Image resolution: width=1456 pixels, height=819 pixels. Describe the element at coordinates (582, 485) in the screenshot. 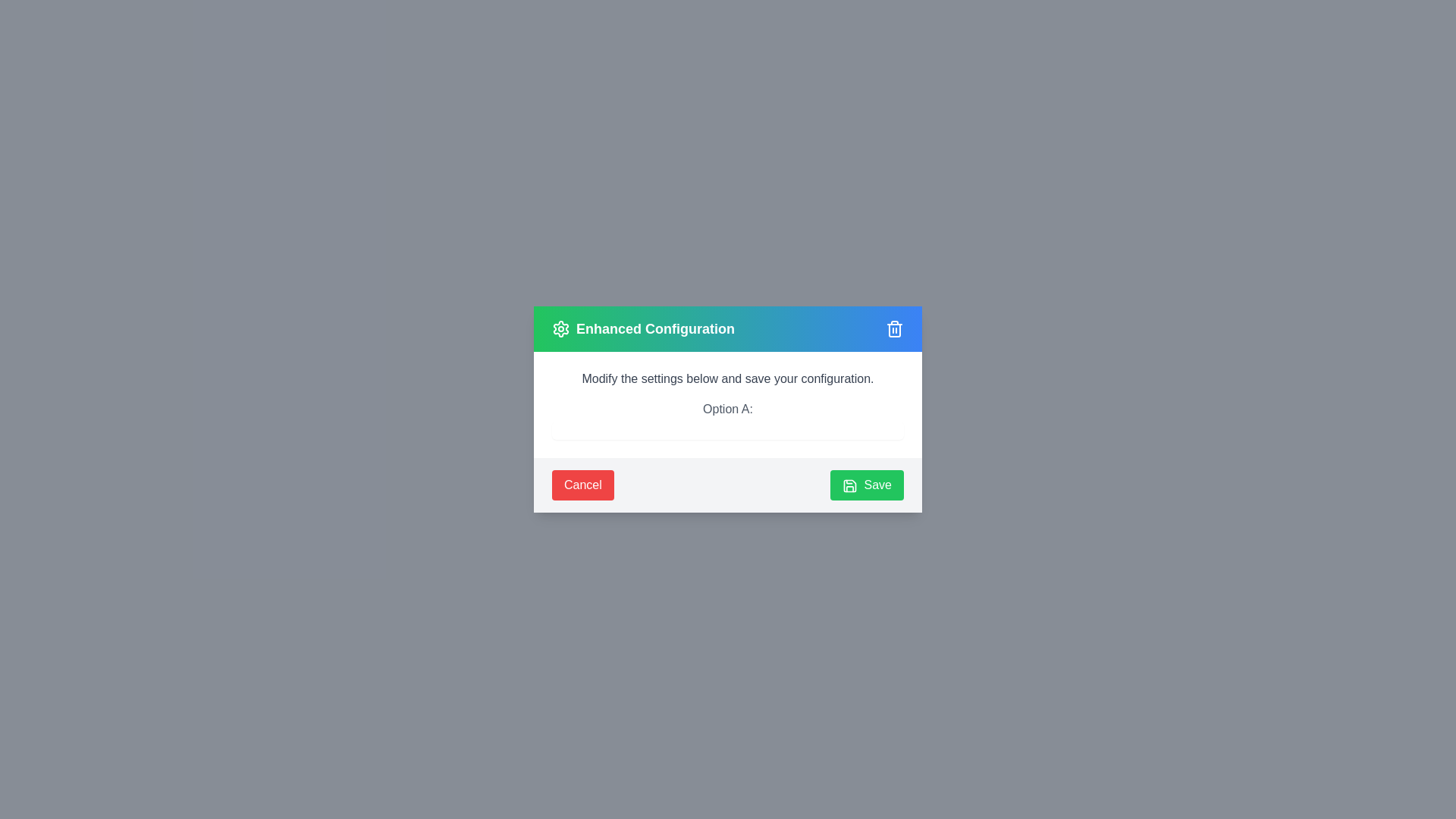

I see `'Cancel' button to close the dialog` at that location.